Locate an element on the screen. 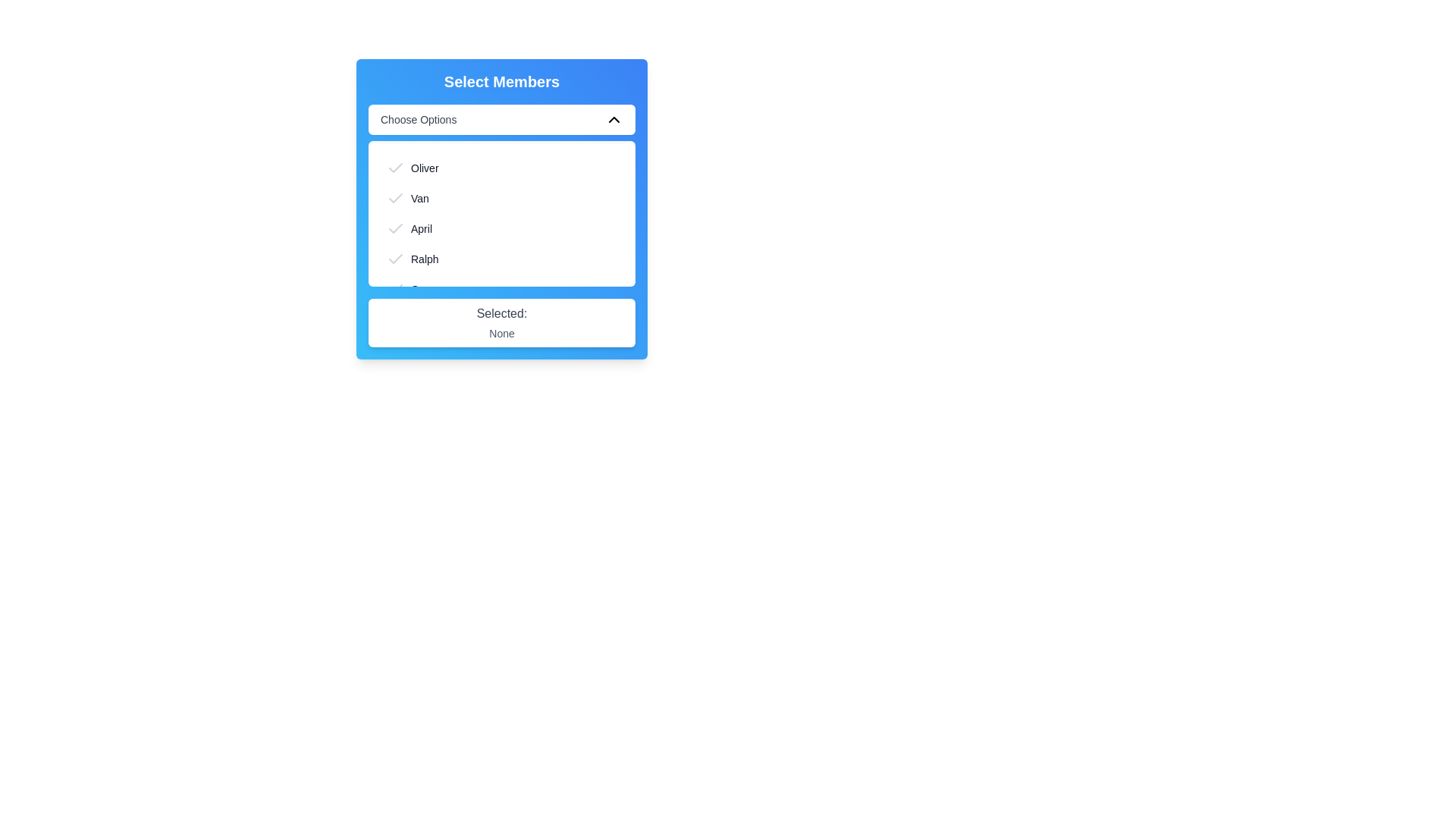  the icon located to the left of the text field of the entry labeled 'Van' is located at coordinates (396, 198).